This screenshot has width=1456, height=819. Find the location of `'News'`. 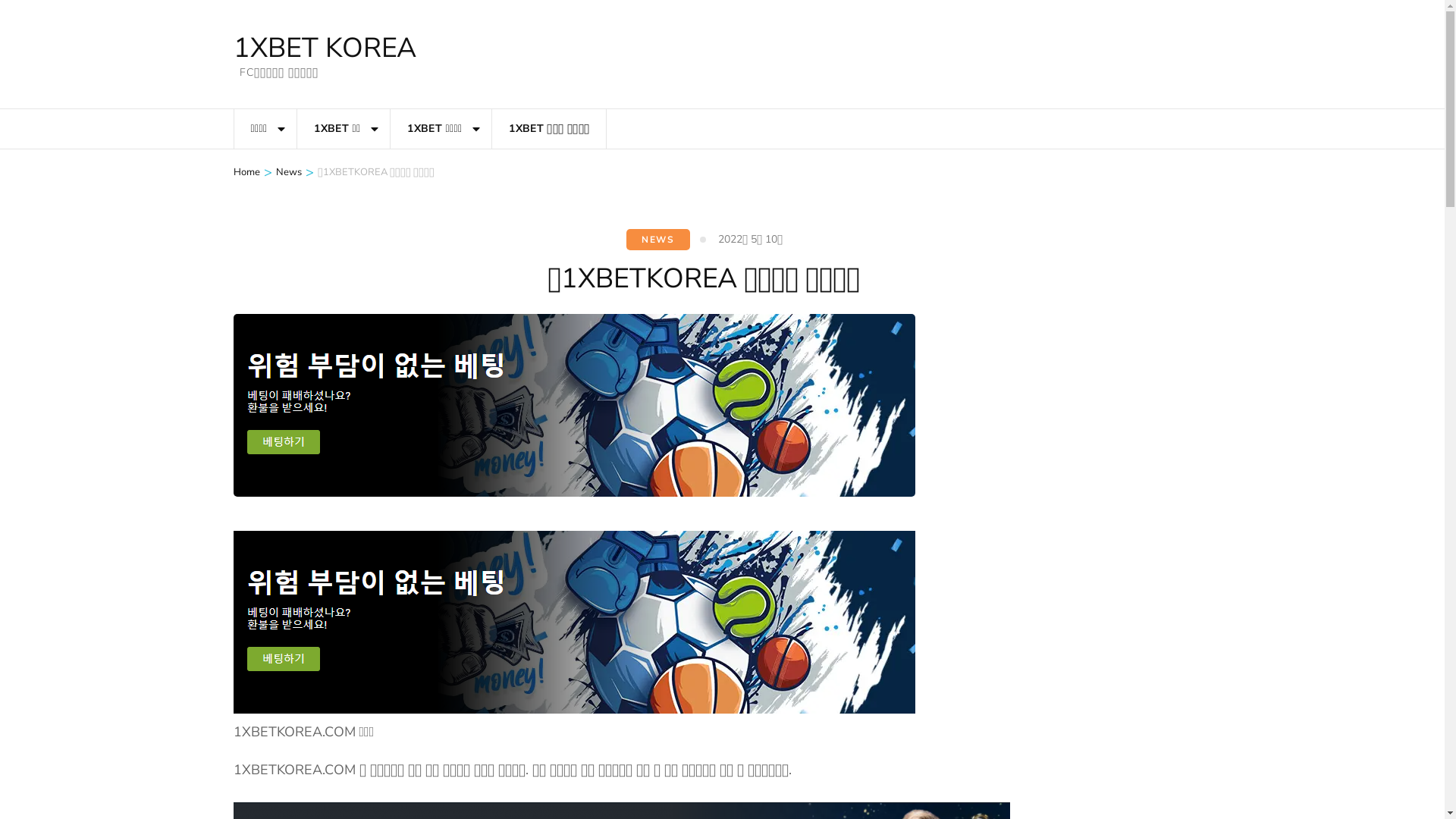

'News' is located at coordinates (288, 171).